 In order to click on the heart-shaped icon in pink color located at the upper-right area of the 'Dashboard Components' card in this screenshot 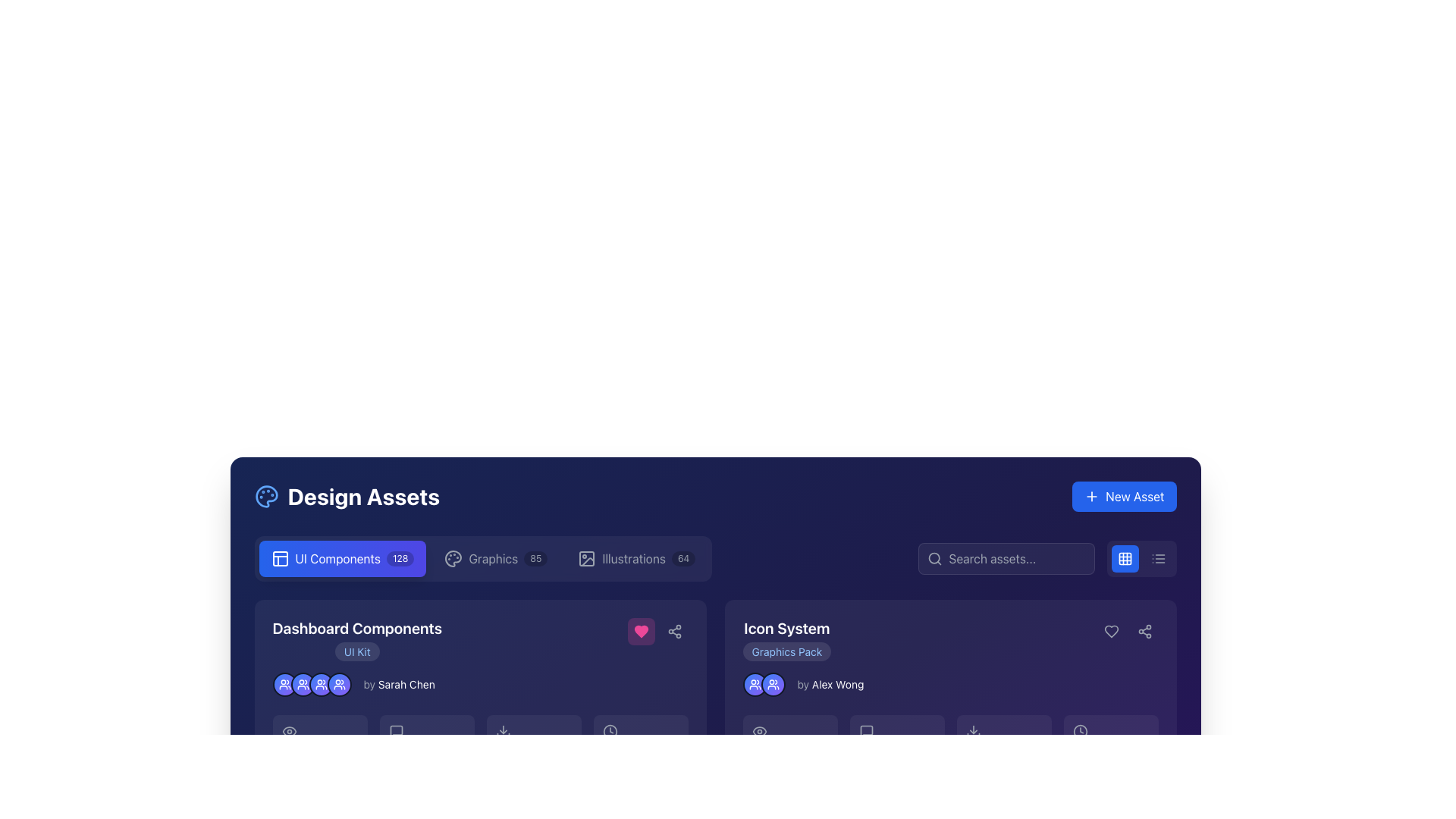, I will do `click(641, 632)`.